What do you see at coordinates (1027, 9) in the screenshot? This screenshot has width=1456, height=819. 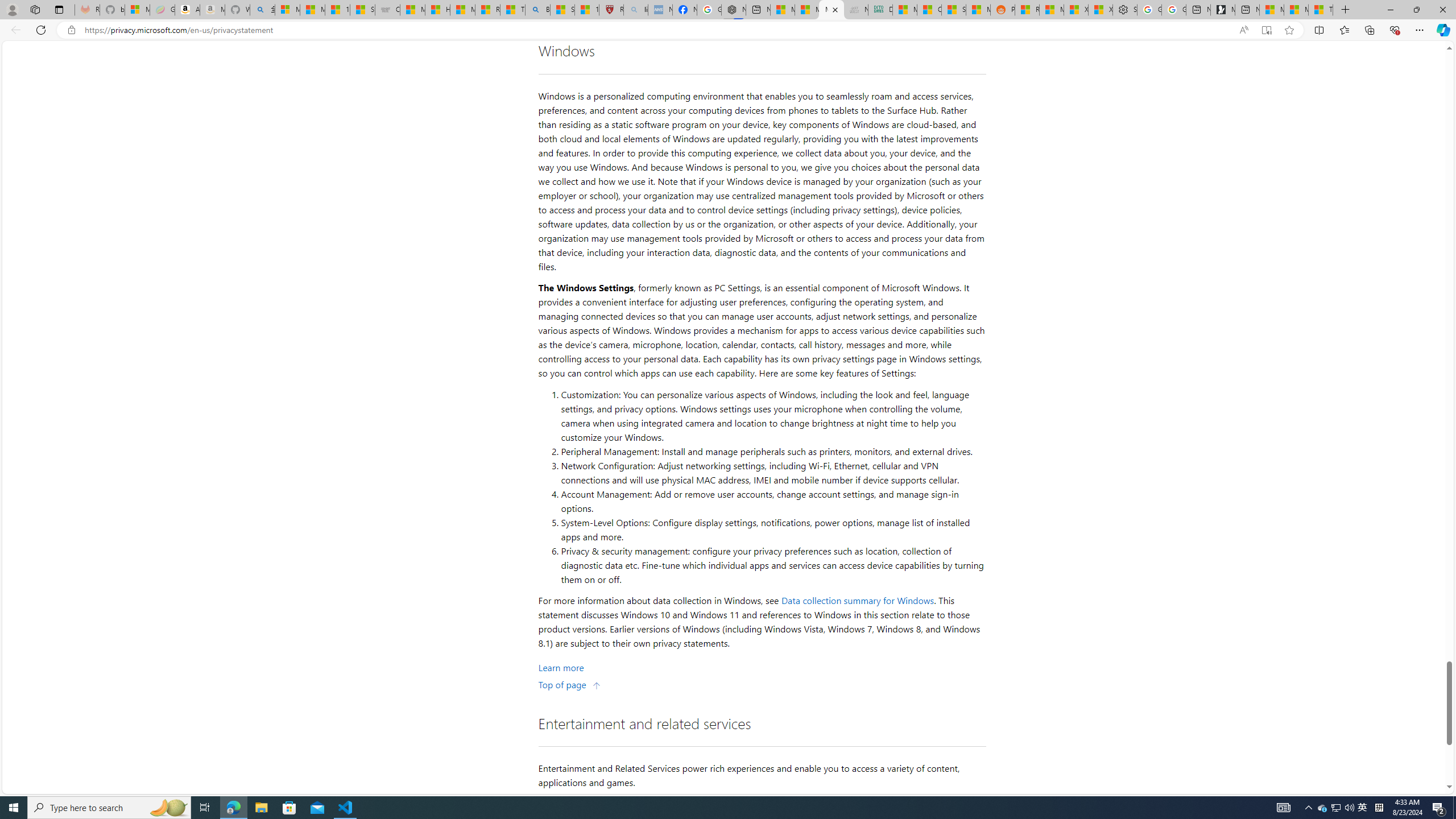 I see `'R******* | Trusted Community Engagement and Contributions'` at bounding box center [1027, 9].